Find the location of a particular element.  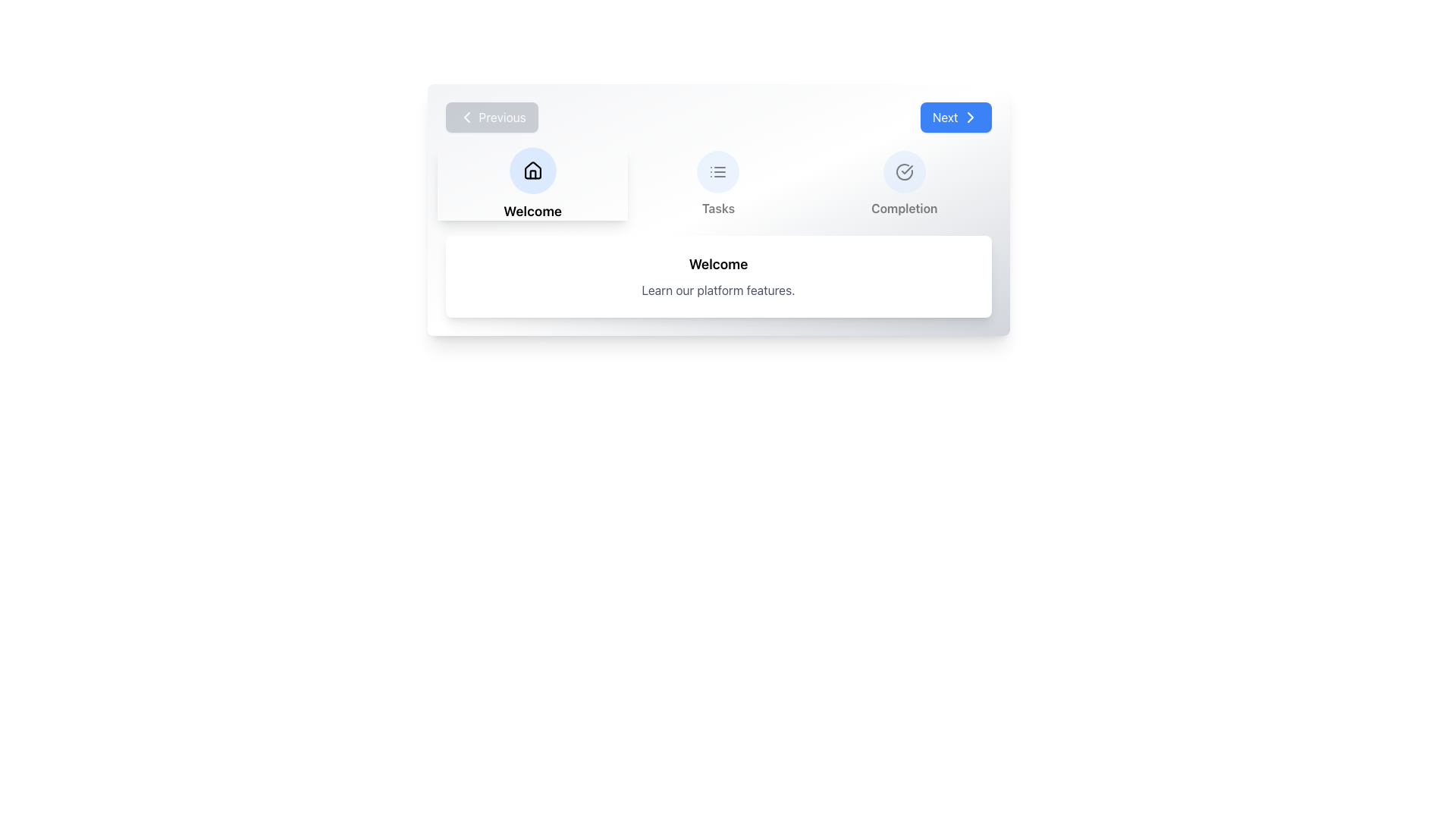

the 'Home' button icon located in the top-left navigation menu is located at coordinates (532, 169).